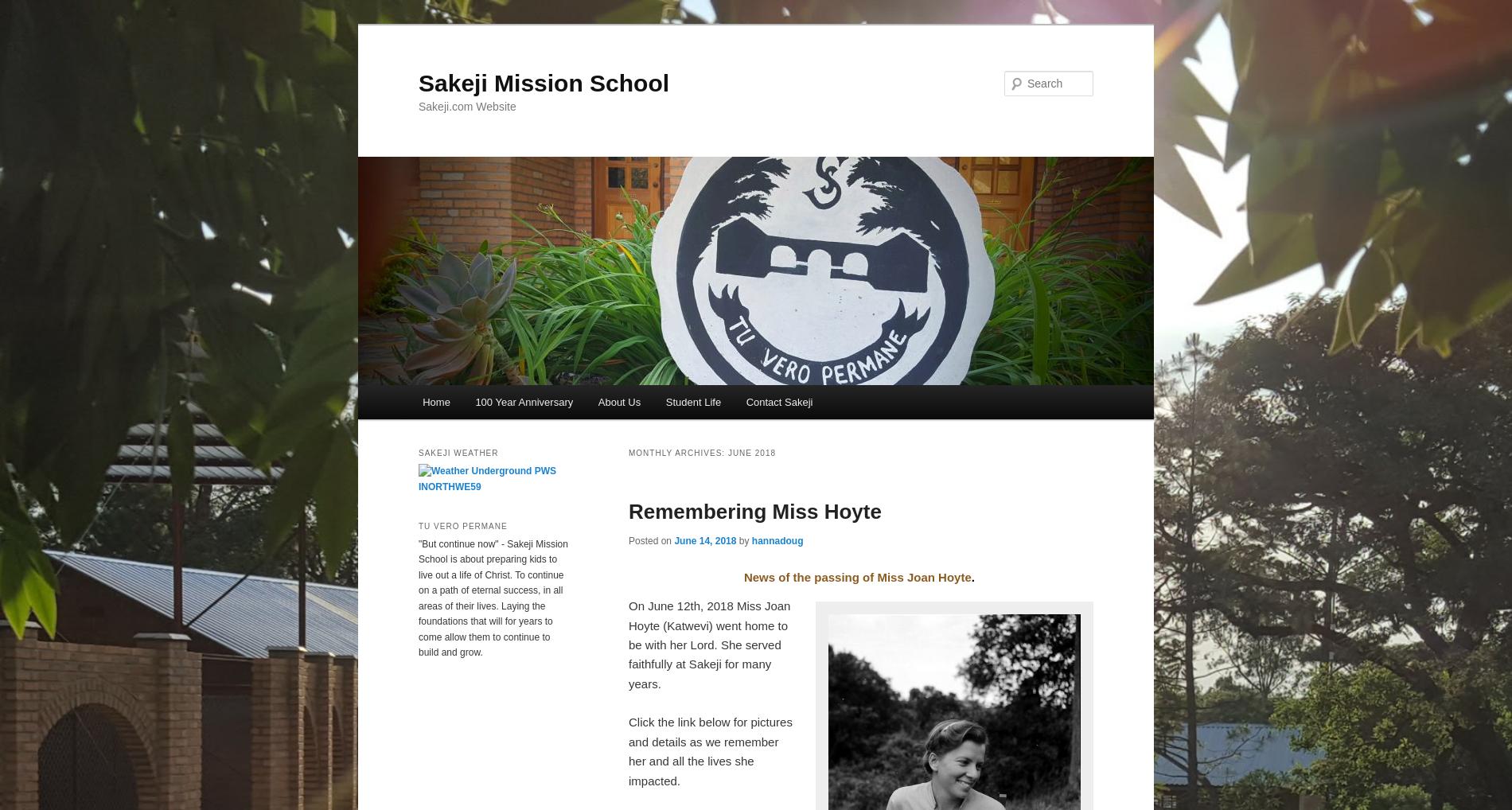 This screenshot has height=810, width=1512. What do you see at coordinates (743, 541) in the screenshot?
I see `'by'` at bounding box center [743, 541].